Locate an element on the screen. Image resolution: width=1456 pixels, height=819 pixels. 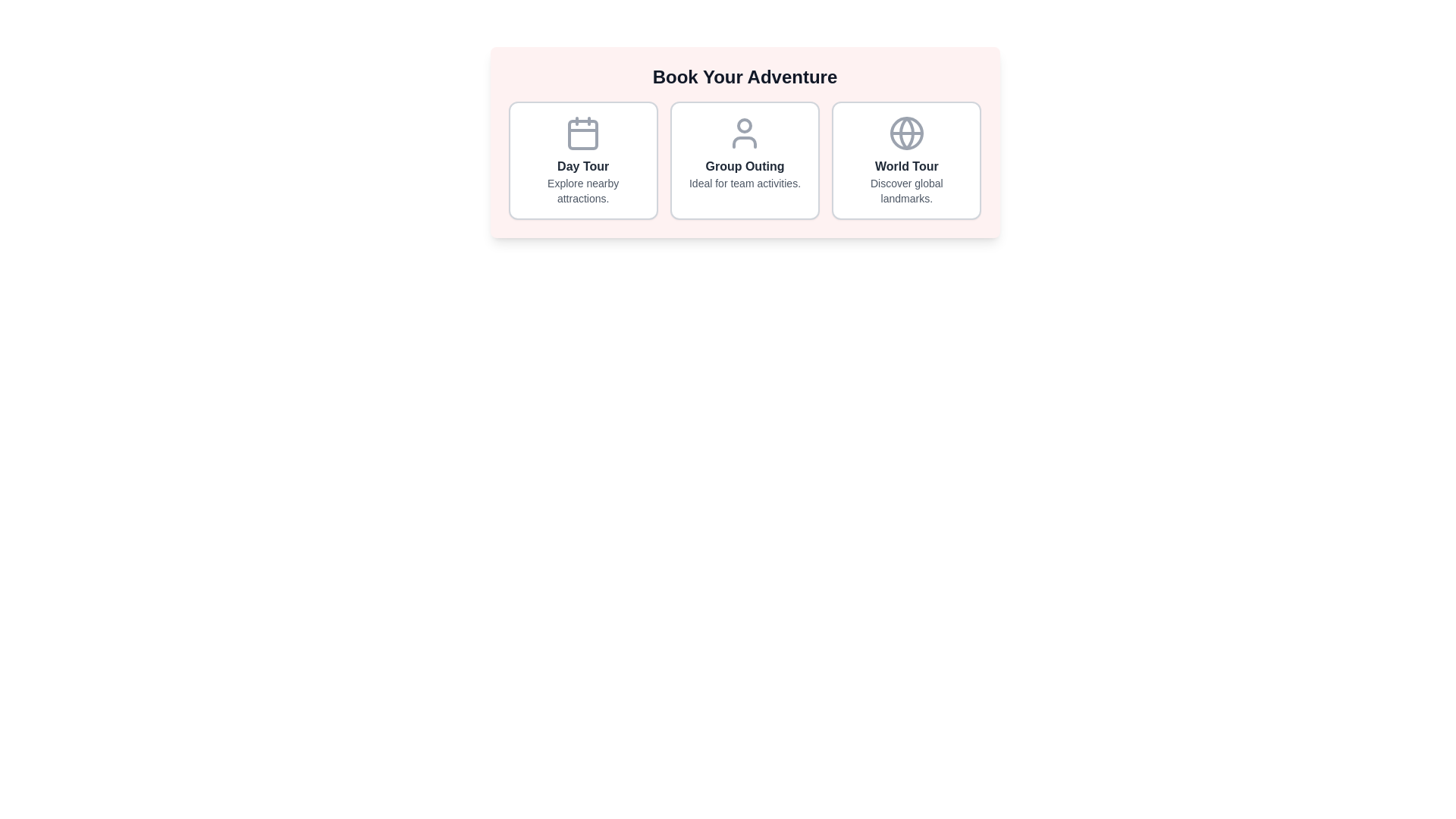
the 'Day Tour' text label, which serves as the title for the first option in a selection area, located at the top of the first column in a horizontally arranged set of three blocks is located at coordinates (582, 166).